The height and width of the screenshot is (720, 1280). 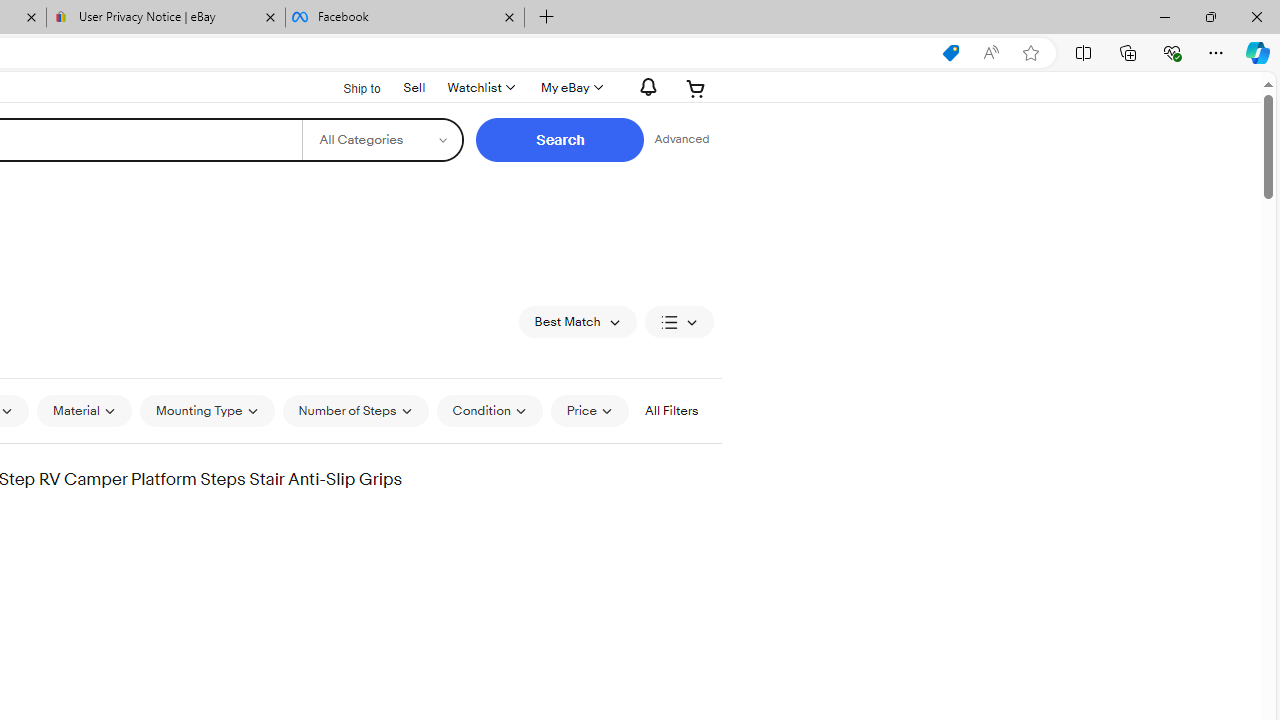 What do you see at coordinates (382, 139) in the screenshot?
I see `'Select a category for search'` at bounding box center [382, 139].